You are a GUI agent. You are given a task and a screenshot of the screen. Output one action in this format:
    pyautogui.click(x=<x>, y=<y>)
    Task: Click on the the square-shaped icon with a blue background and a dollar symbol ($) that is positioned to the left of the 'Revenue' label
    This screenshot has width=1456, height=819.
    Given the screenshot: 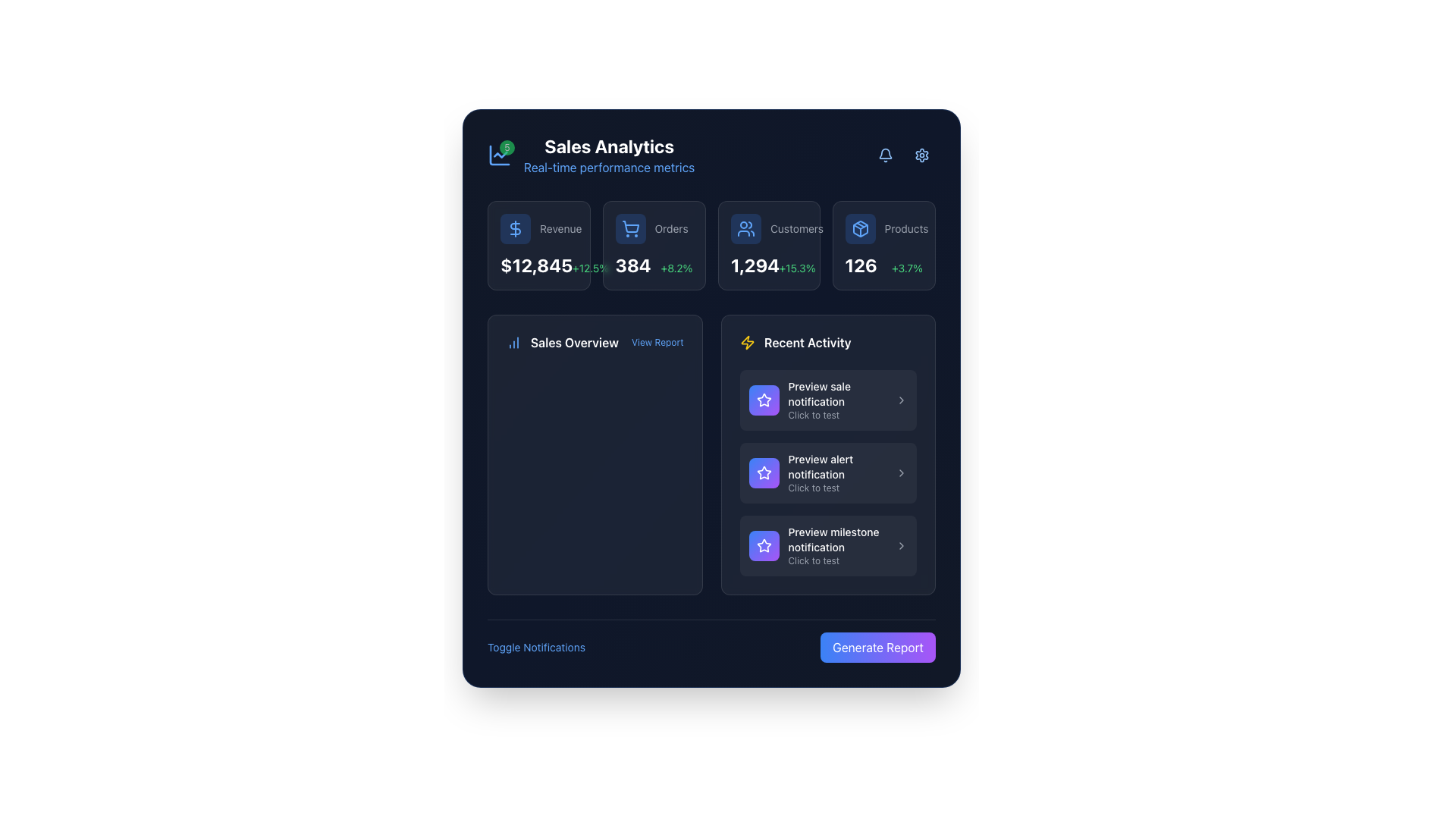 What is the action you would take?
    pyautogui.click(x=516, y=228)
    